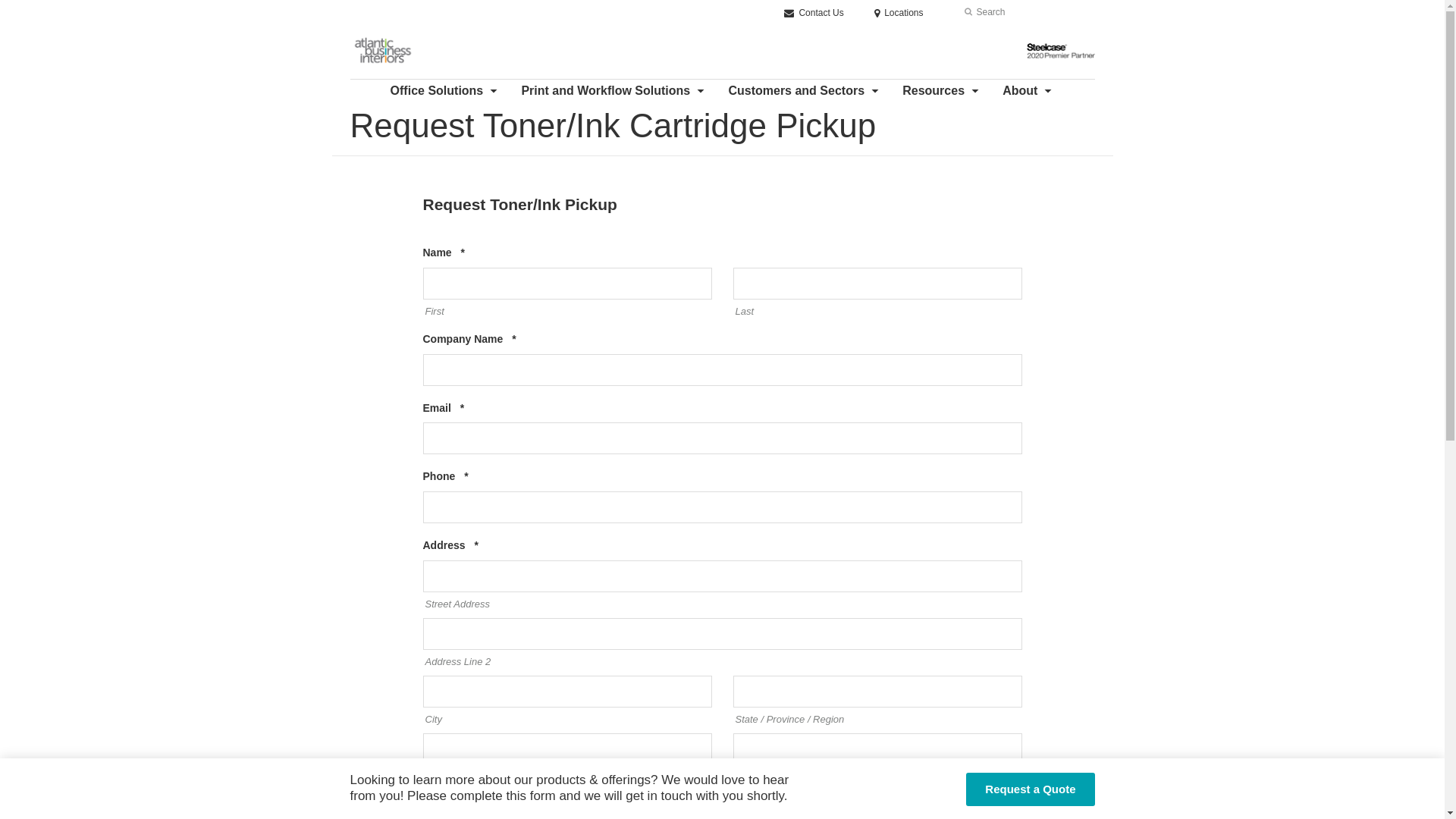 The width and height of the screenshot is (1456, 819). Describe the element at coordinates (1028, 90) in the screenshot. I see `'About'` at that location.